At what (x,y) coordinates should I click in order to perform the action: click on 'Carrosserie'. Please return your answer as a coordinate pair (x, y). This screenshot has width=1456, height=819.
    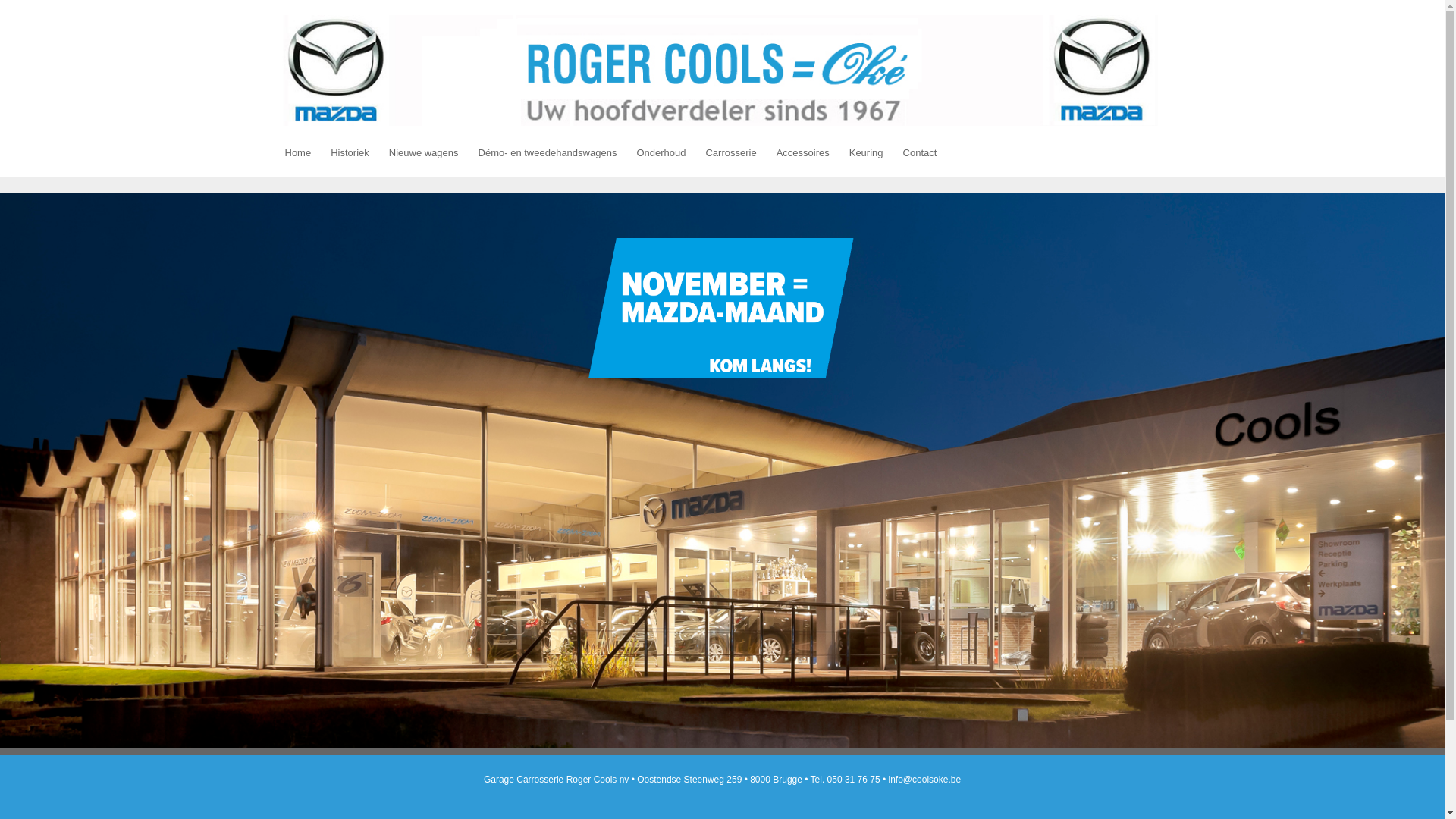
    Looking at the image, I should click on (694, 153).